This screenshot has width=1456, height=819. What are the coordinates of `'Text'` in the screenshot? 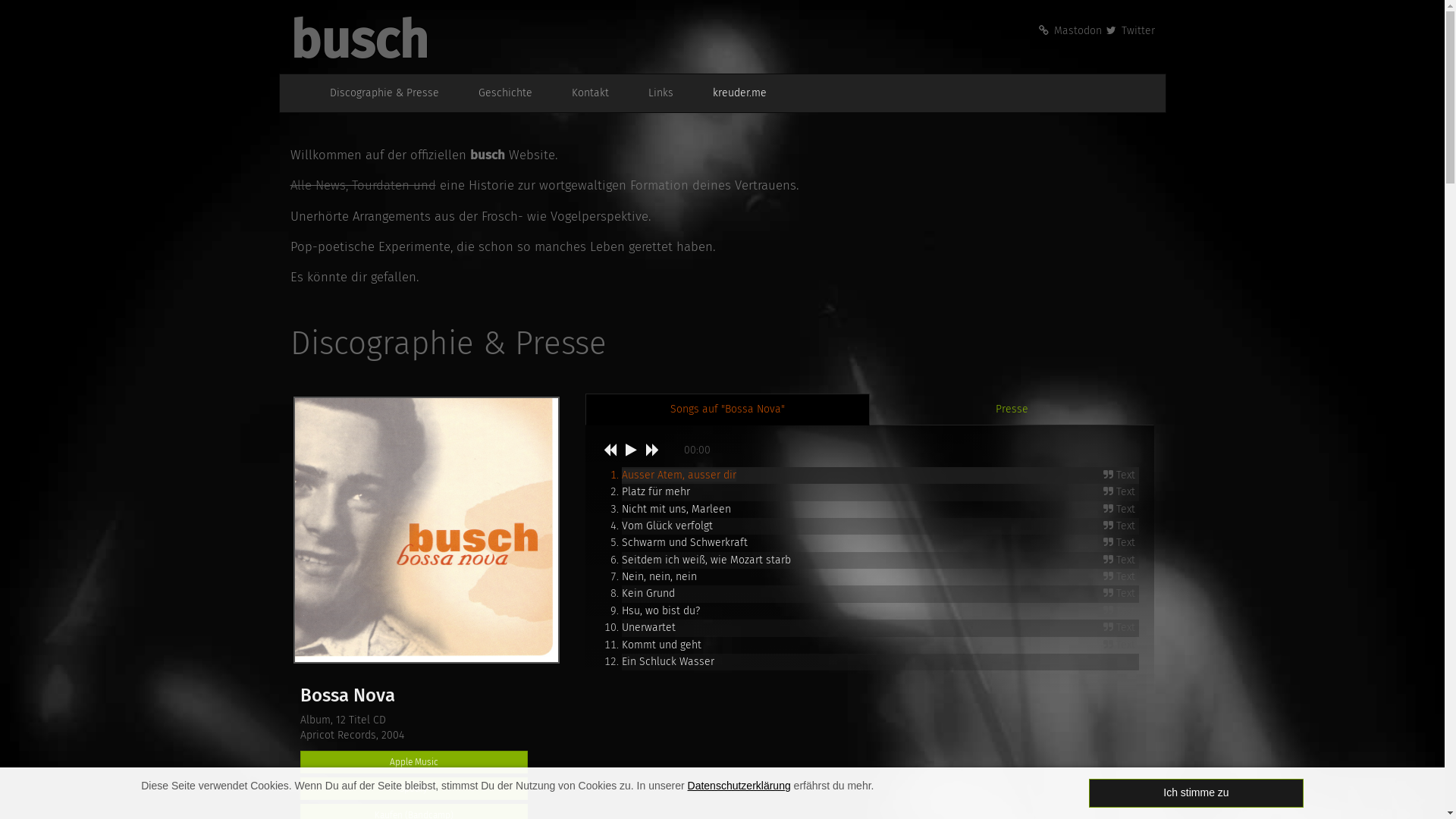 It's located at (1121, 628).